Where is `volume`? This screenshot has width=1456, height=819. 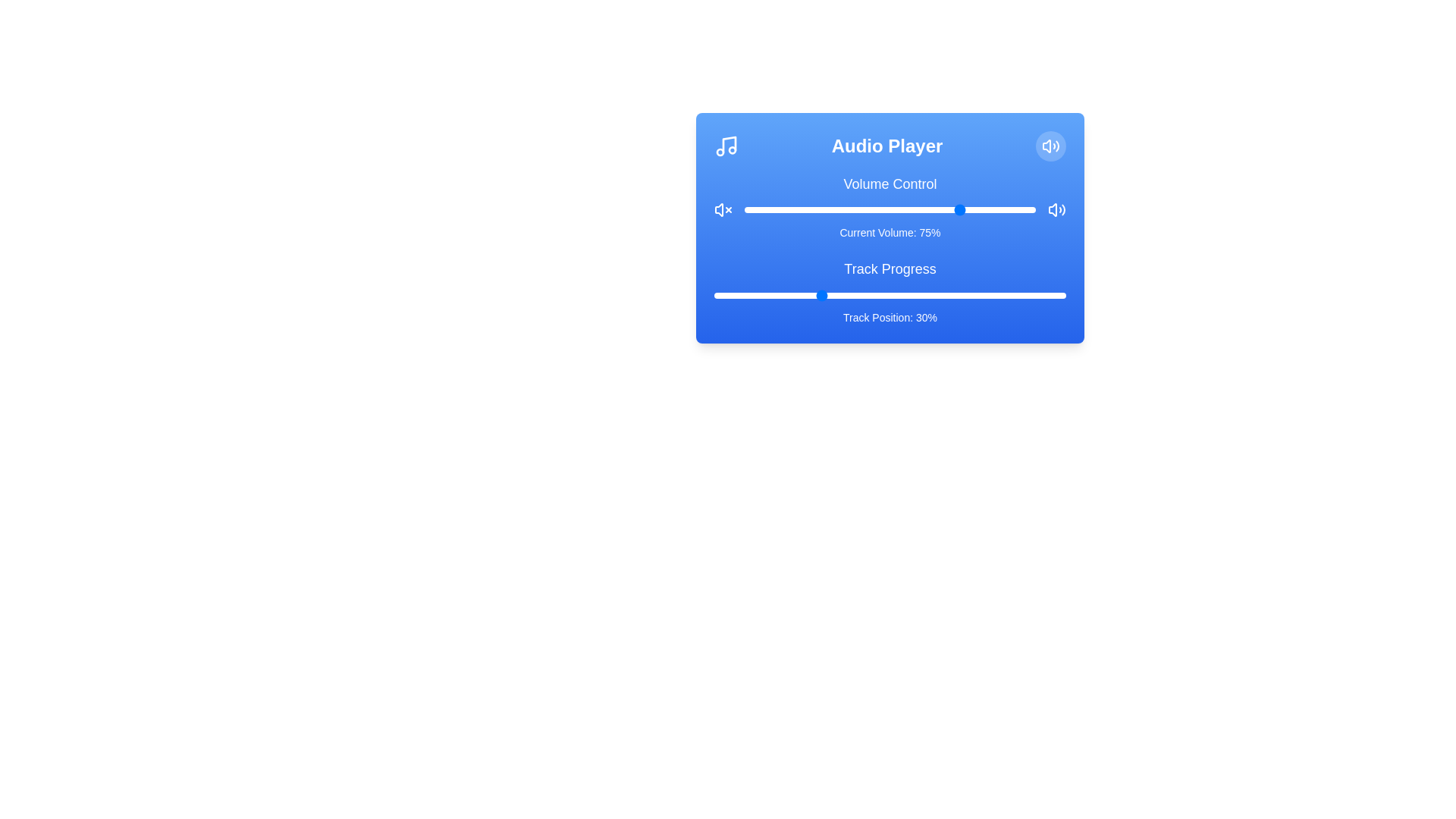
volume is located at coordinates (788, 210).